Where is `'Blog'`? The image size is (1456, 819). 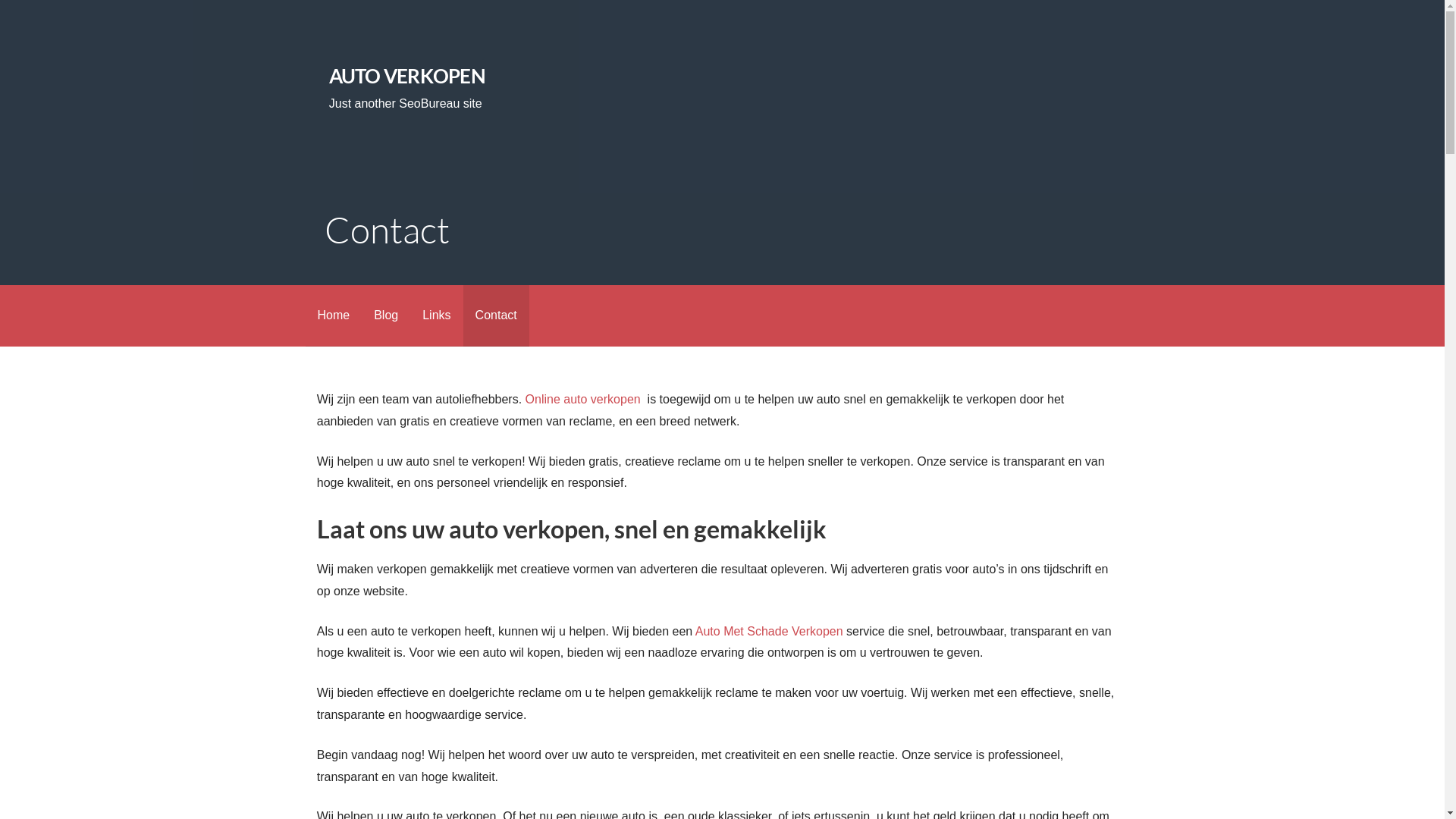 'Blog' is located at coordinates (385, 315).